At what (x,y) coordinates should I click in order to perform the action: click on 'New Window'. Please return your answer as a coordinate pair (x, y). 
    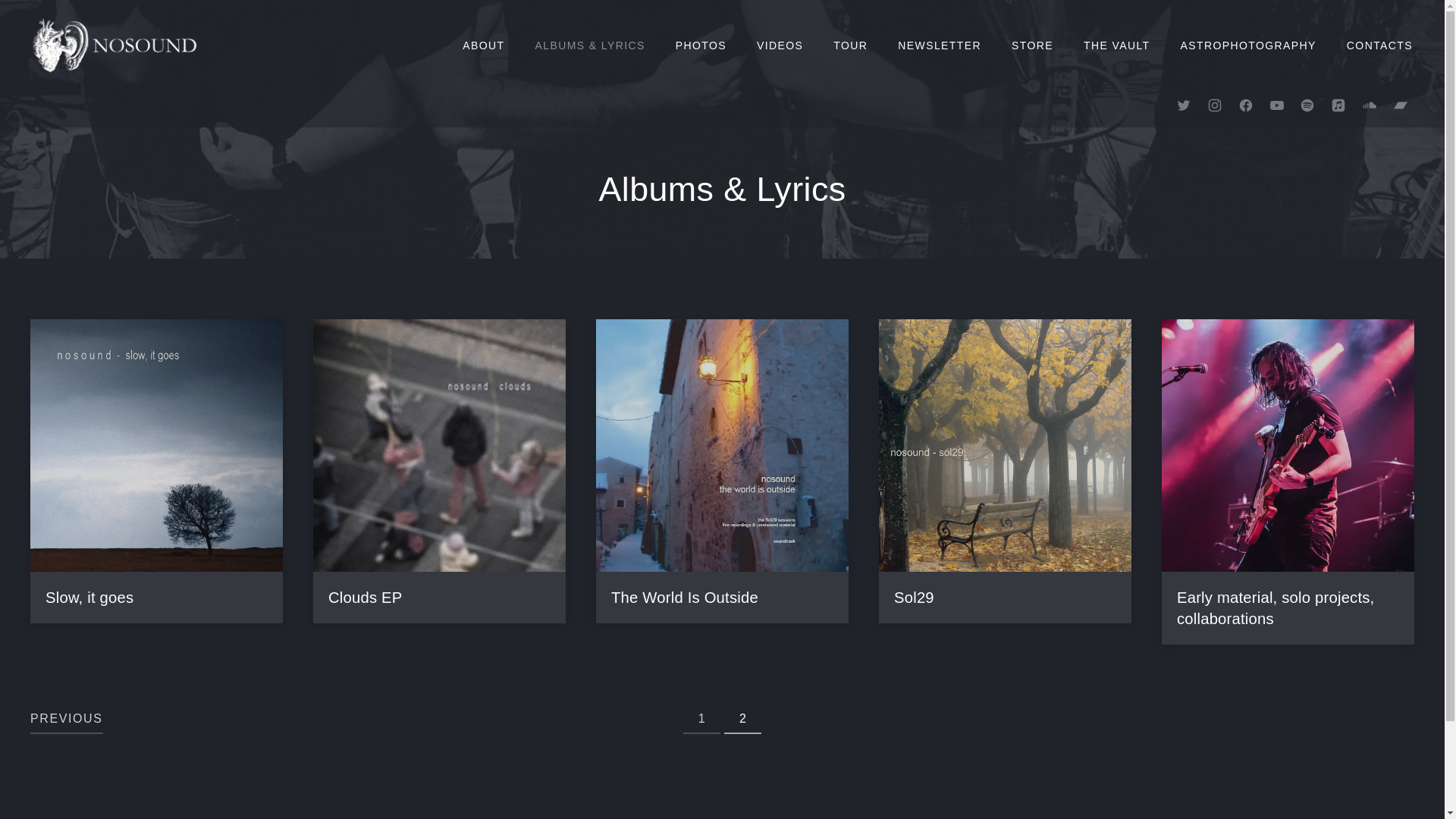
    Looking at the image, I should click on (1276, 104).